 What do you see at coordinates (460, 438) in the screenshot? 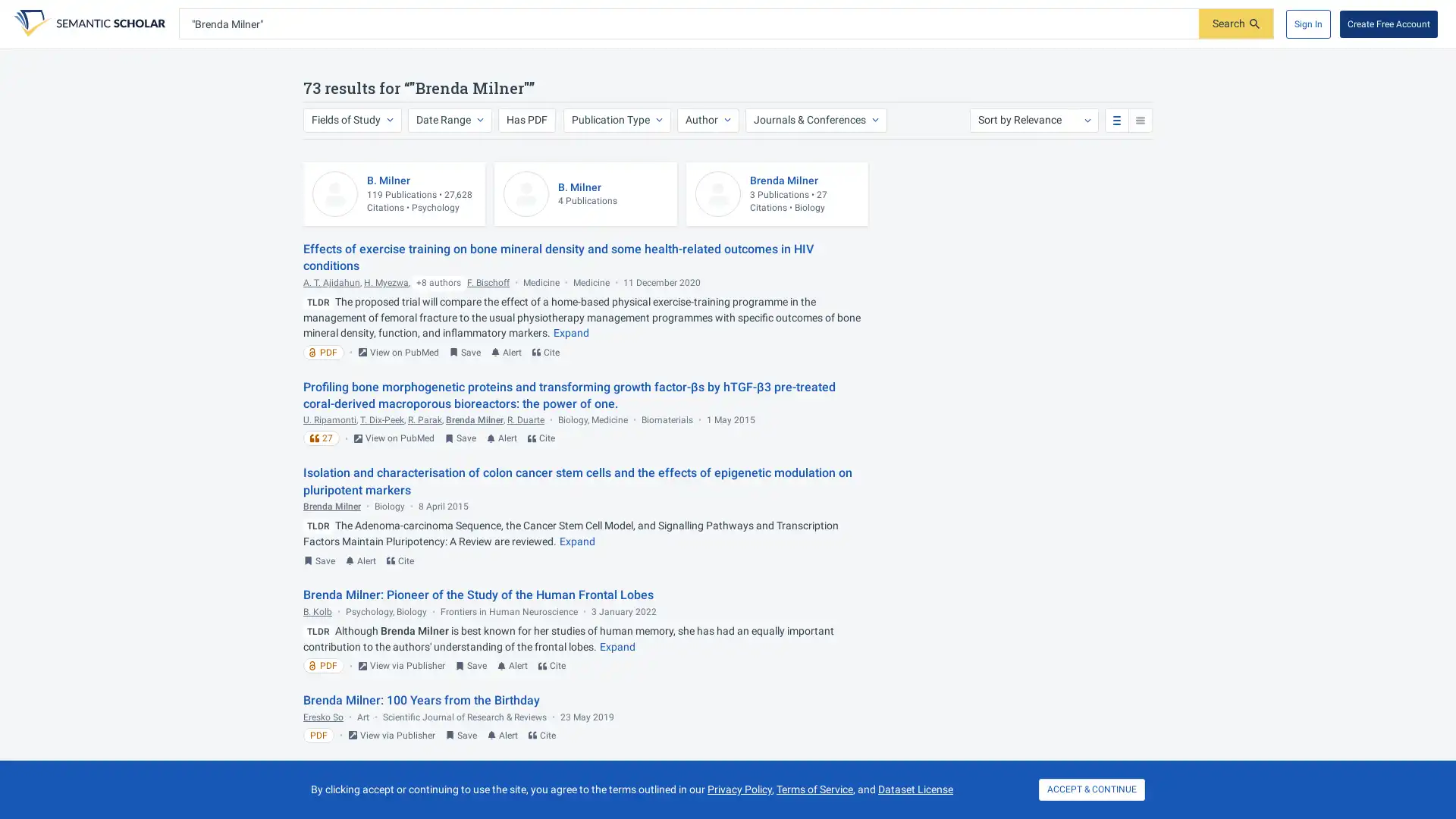
I see `Save to Library` at bounding box center [460, 438].